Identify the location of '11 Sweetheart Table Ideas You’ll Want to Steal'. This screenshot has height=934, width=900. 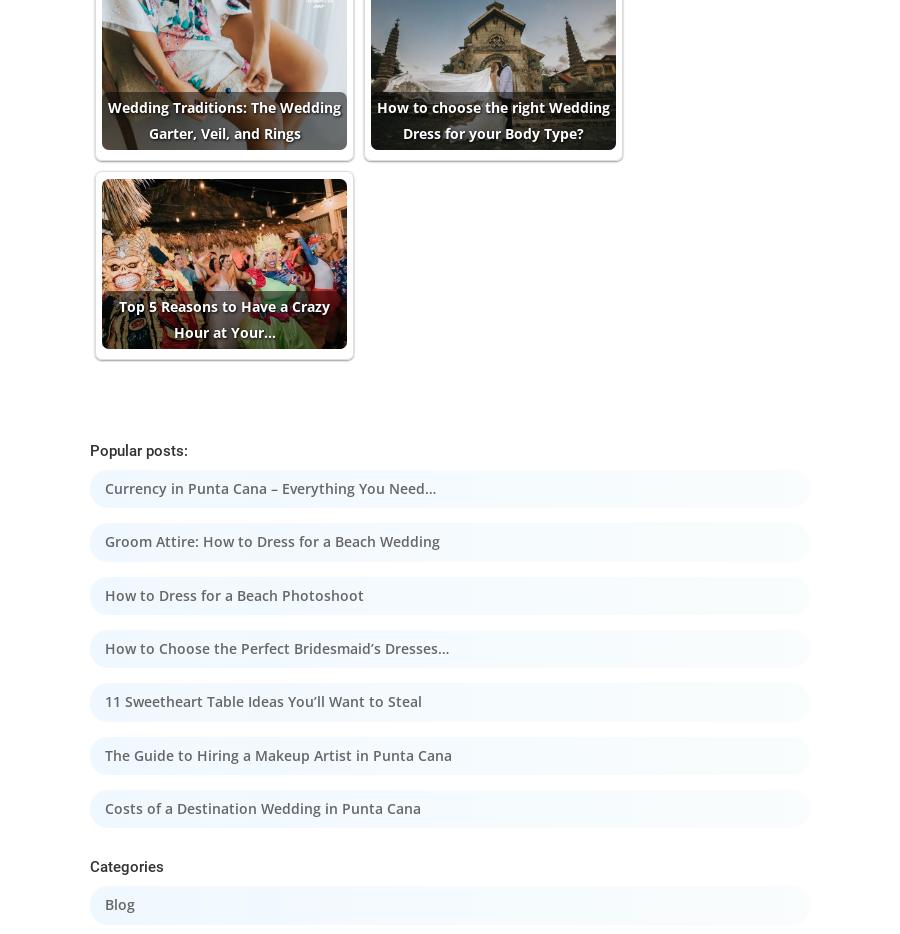
(262, 700).